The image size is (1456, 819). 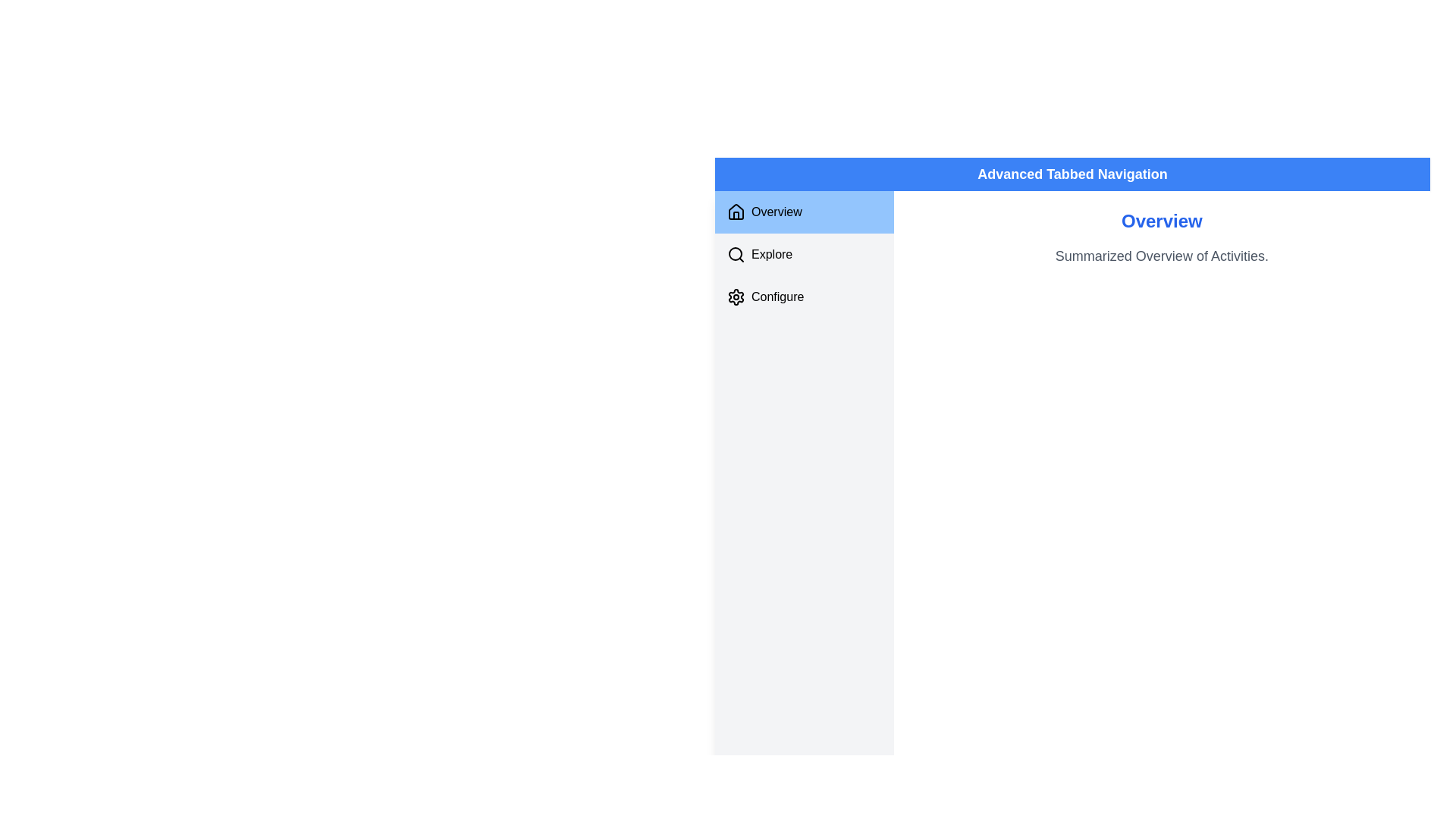 I want to click on the 'Overview' navigation button in the sidebar menu to possibly reveal a tooltip or emphasize interaction, so click(x=803, y=212).